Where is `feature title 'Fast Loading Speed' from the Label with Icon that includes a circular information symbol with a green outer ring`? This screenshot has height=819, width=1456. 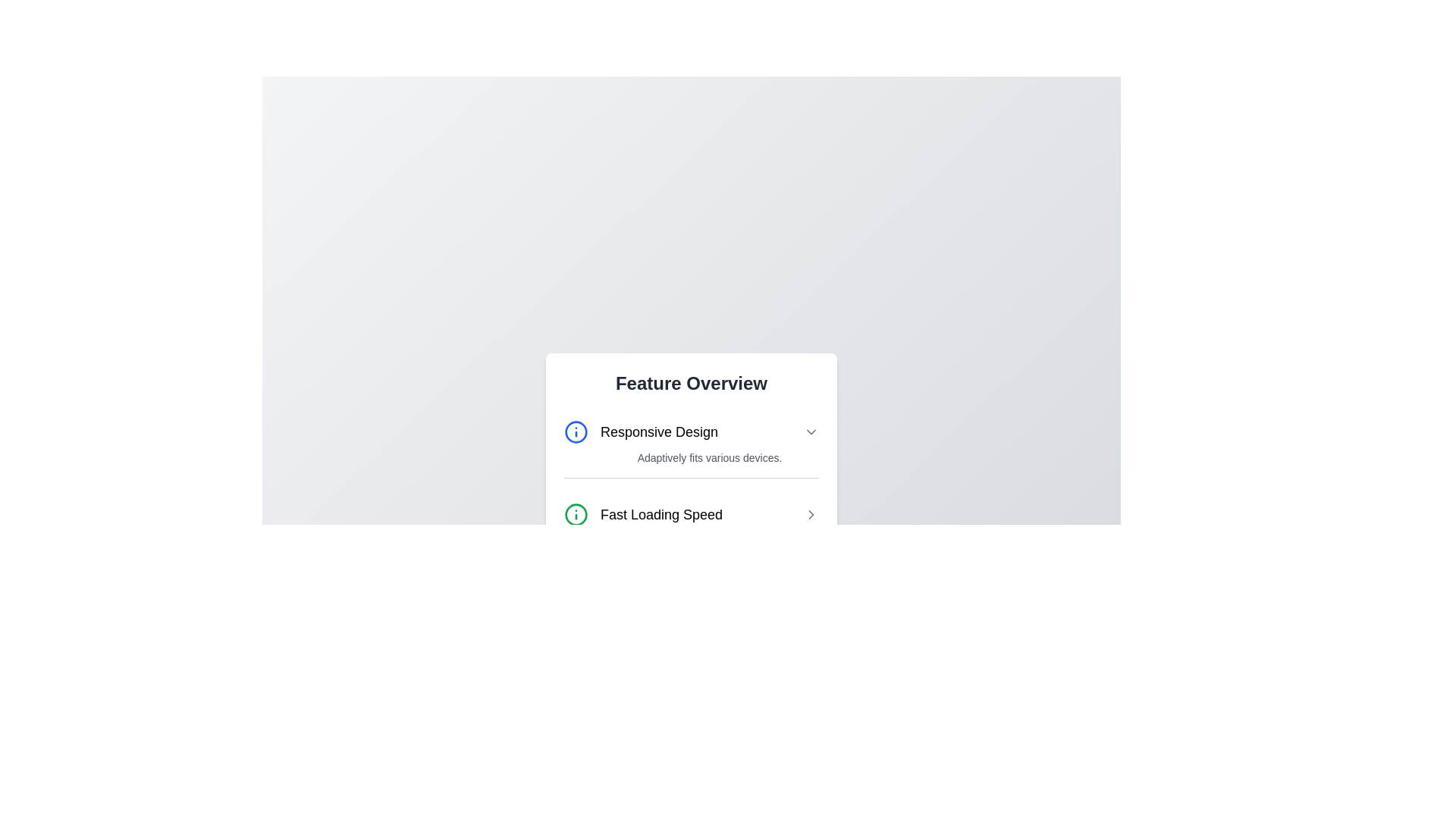
feature title 'Fast Loading Speed' from the Label with Icon that includes a circular information symbol with a green outer ring is located at coordinates (643, 513).